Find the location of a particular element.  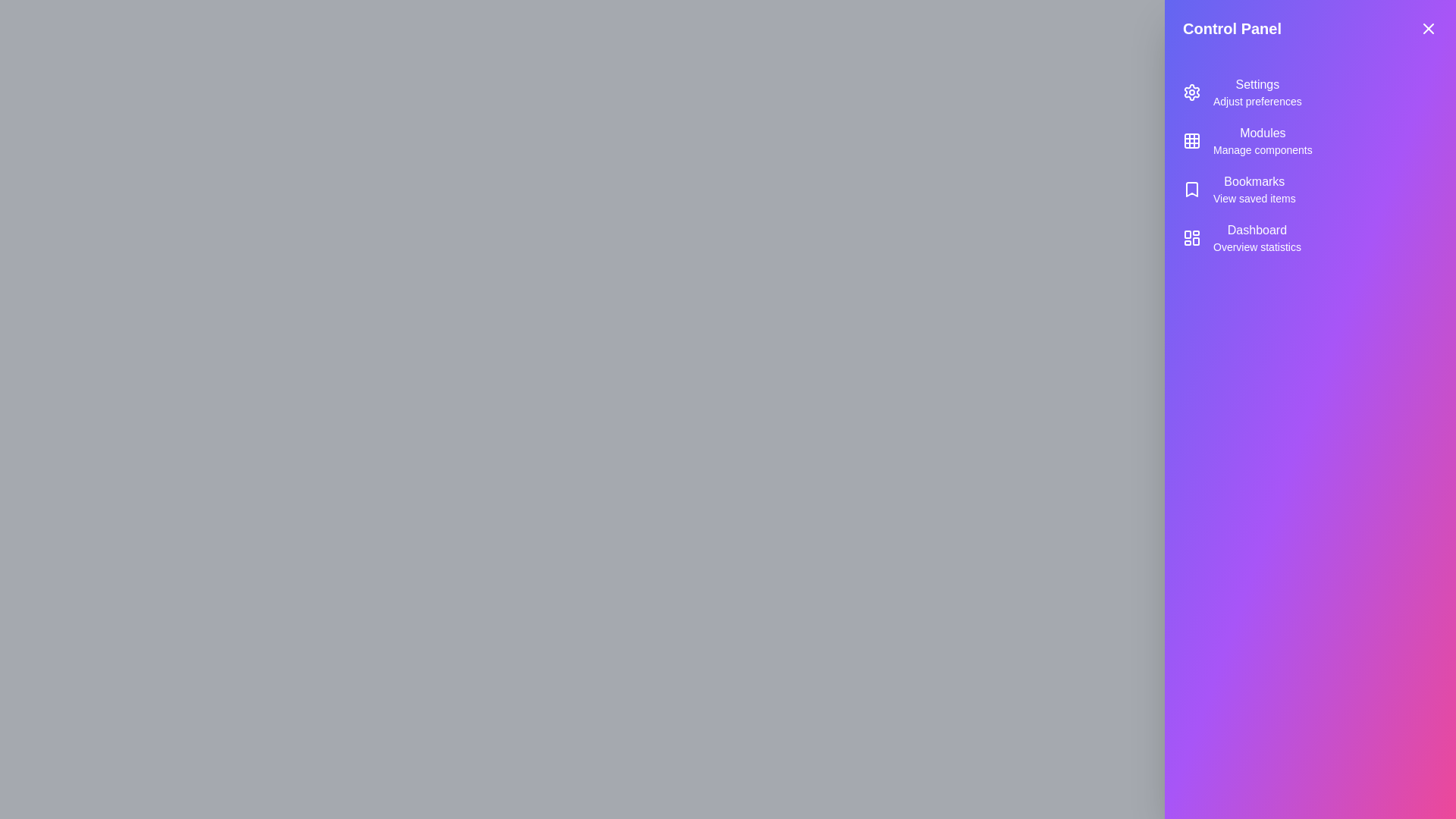

the 'Settings' navigation link in the right-hand sidebar is located at coordinates (1310, 93).